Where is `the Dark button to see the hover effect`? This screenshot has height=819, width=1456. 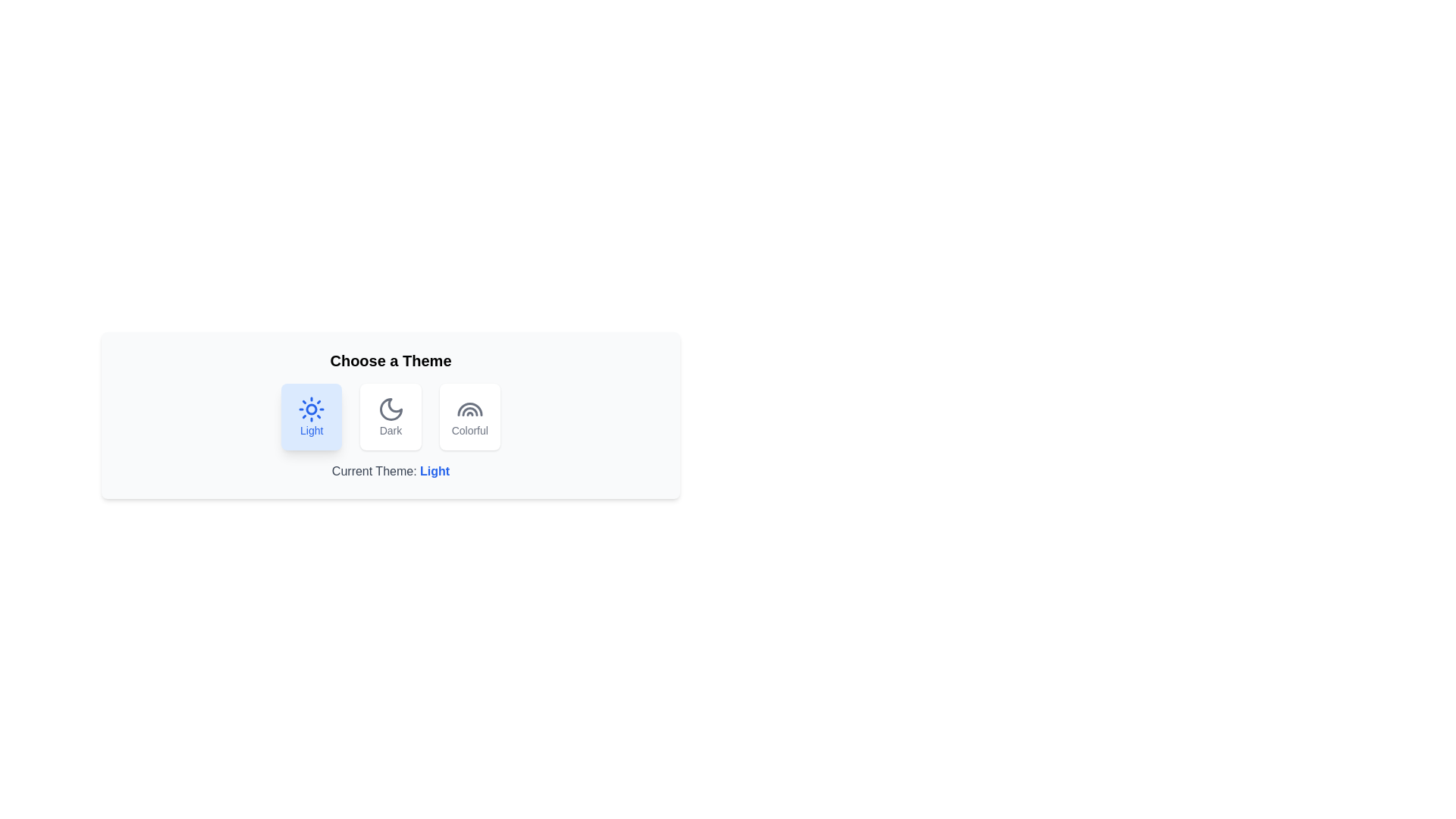
the Dark button to see the hover effect is located at coordinates (391, 417).